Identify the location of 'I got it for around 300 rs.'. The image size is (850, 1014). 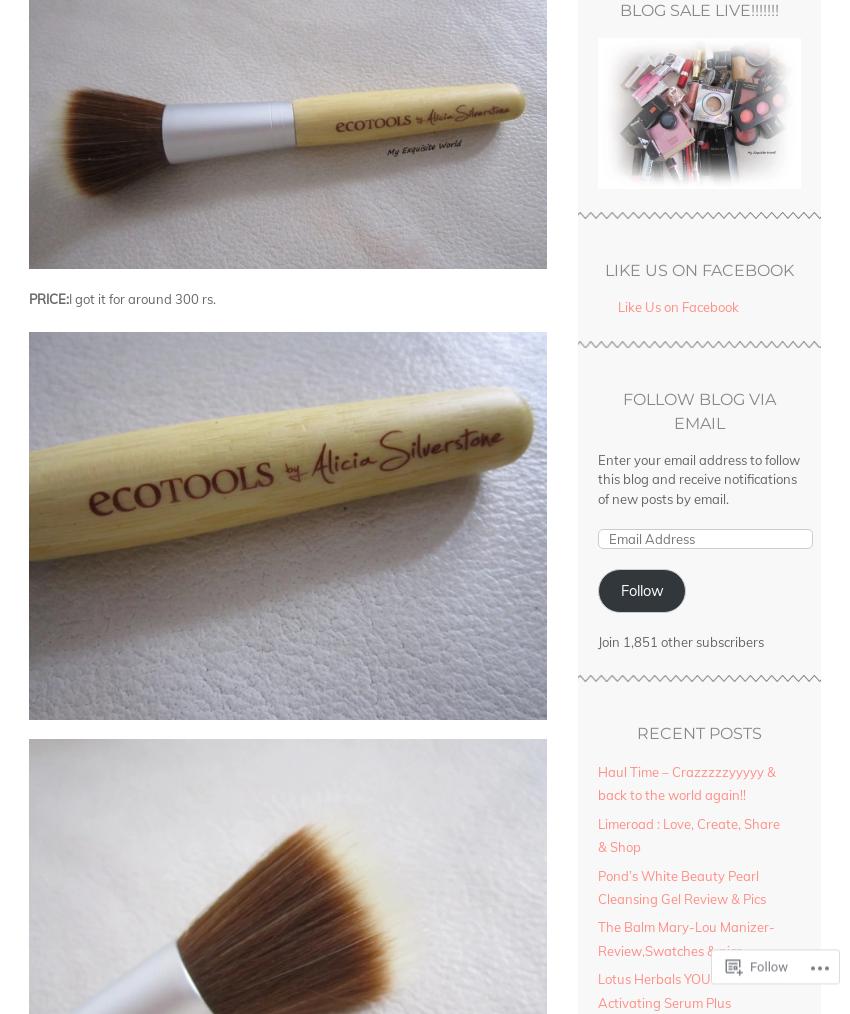
(142, 299).